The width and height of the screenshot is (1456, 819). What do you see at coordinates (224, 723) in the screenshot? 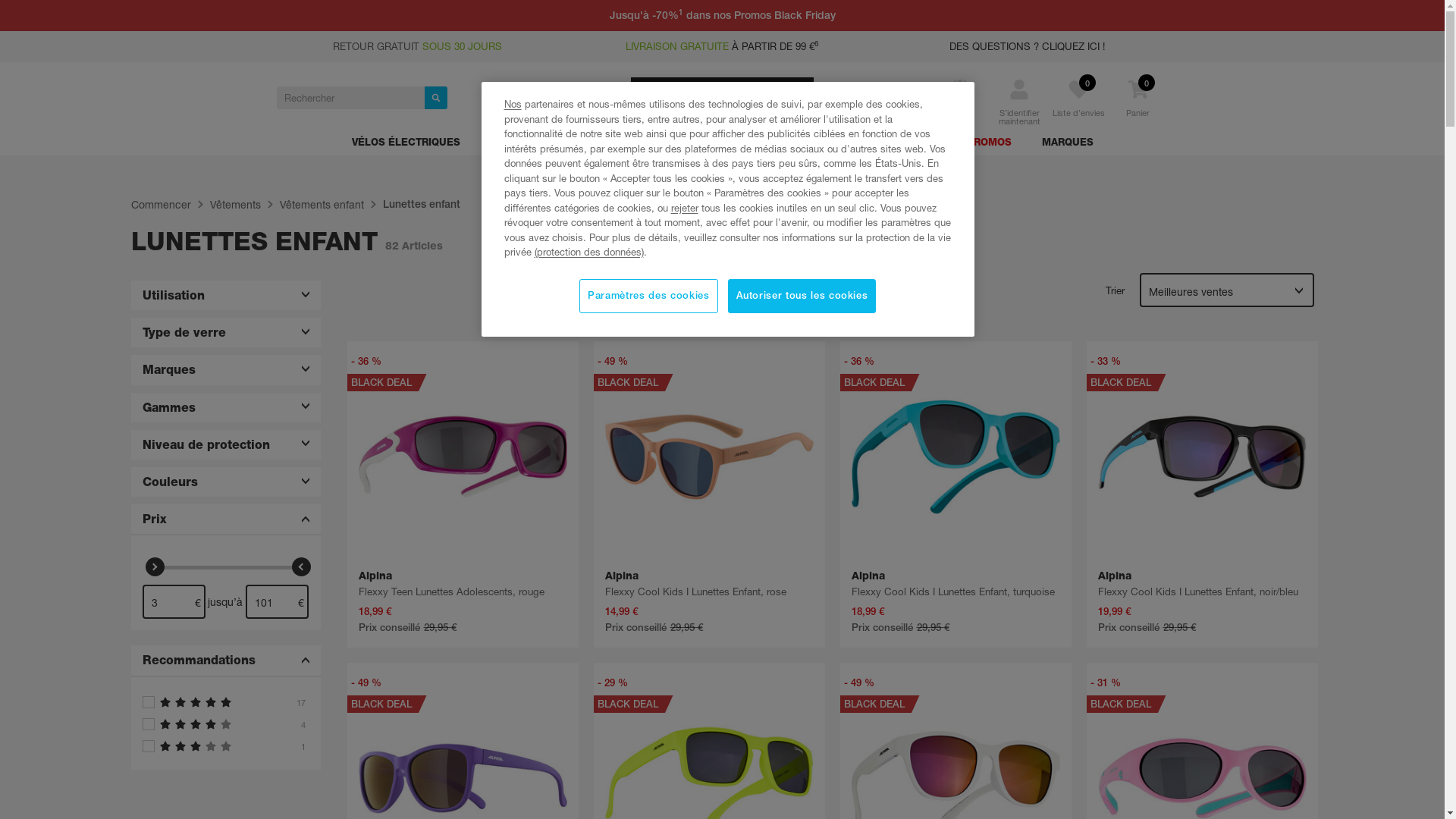
I see `'Filtrer par 4'` at bounding box center [224, 723].